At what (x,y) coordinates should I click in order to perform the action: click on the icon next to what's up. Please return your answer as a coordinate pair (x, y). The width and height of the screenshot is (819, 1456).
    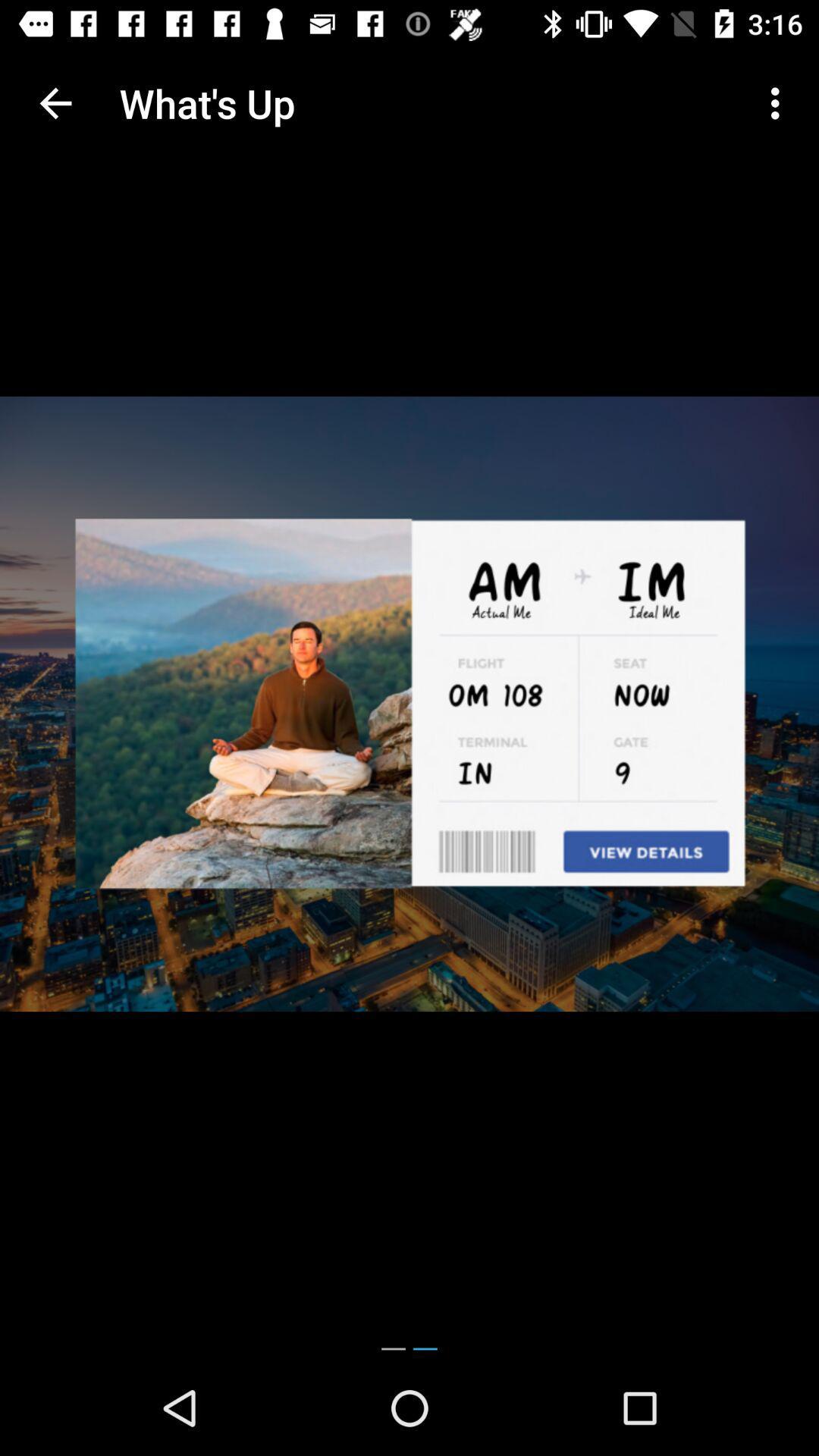
    Looking at the image, I should click on (55, 102).